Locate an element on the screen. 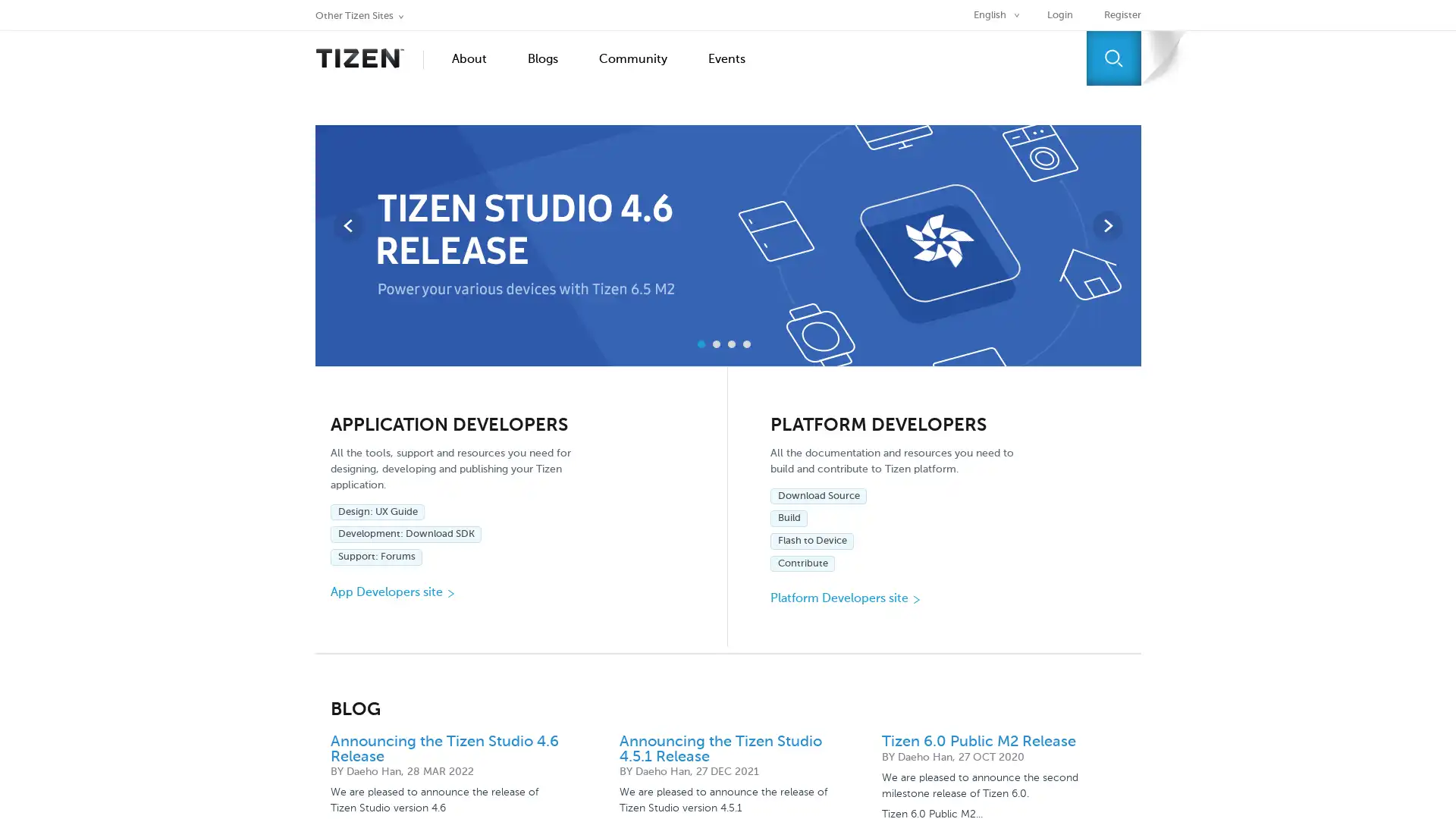 This screenshot has width=1456, height=819. 1 is located at coordinates (701, 344).